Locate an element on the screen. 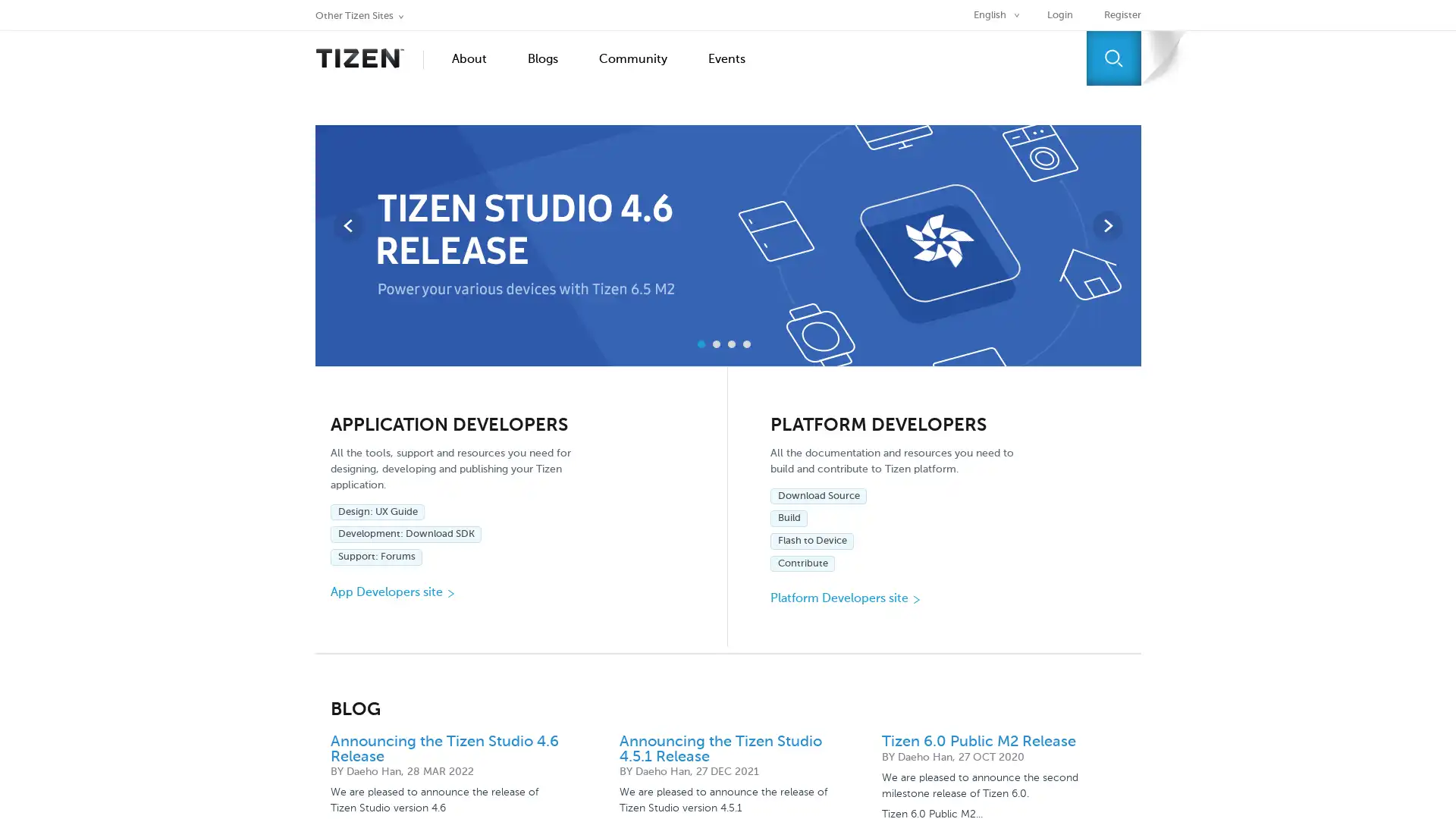 This screenshot has width=1456, height=819. 1 is located at coordinates (701, 344).